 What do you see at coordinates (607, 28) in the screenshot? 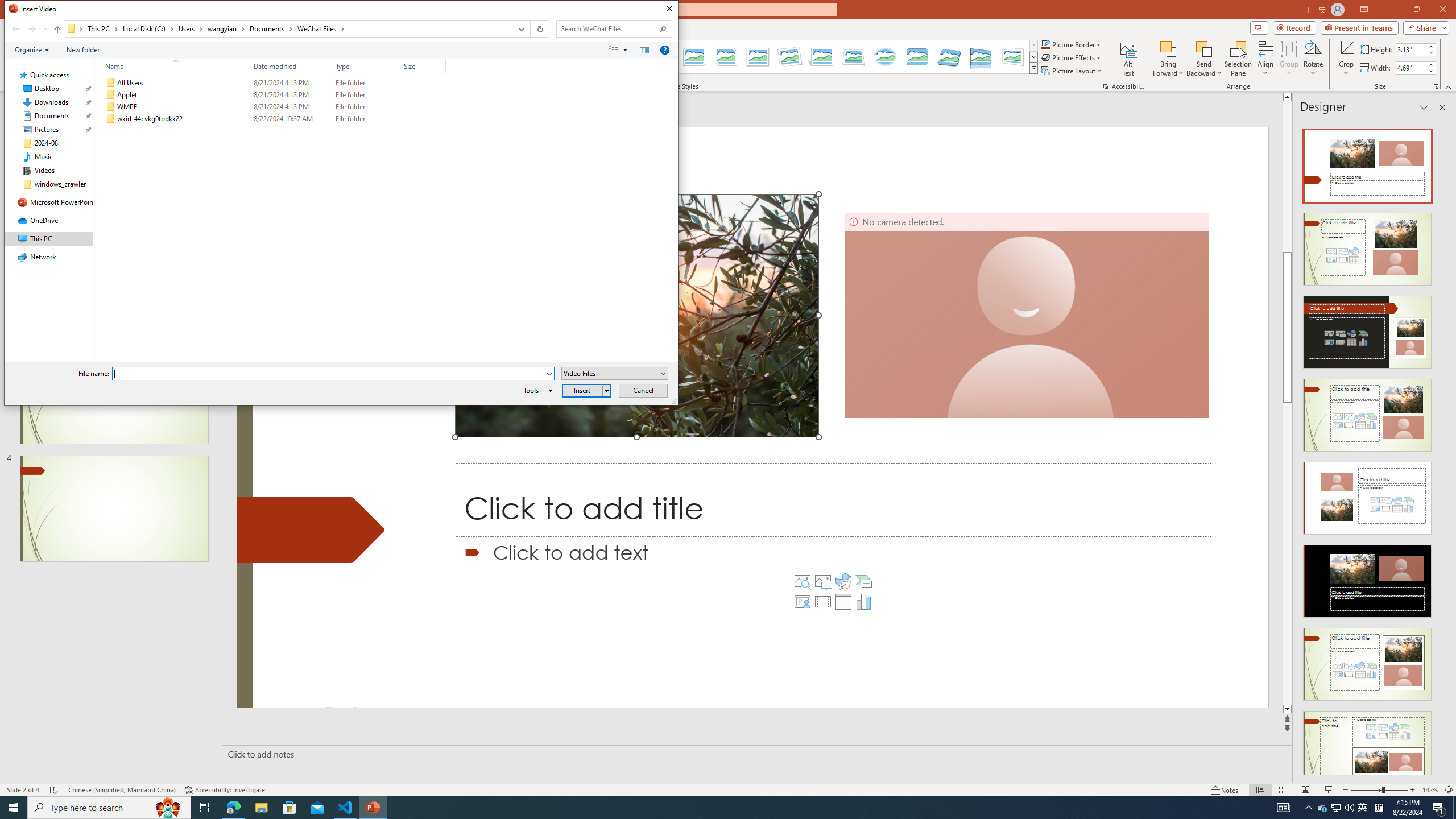
I see `'Search Box'` at bounding box center [607, 28].